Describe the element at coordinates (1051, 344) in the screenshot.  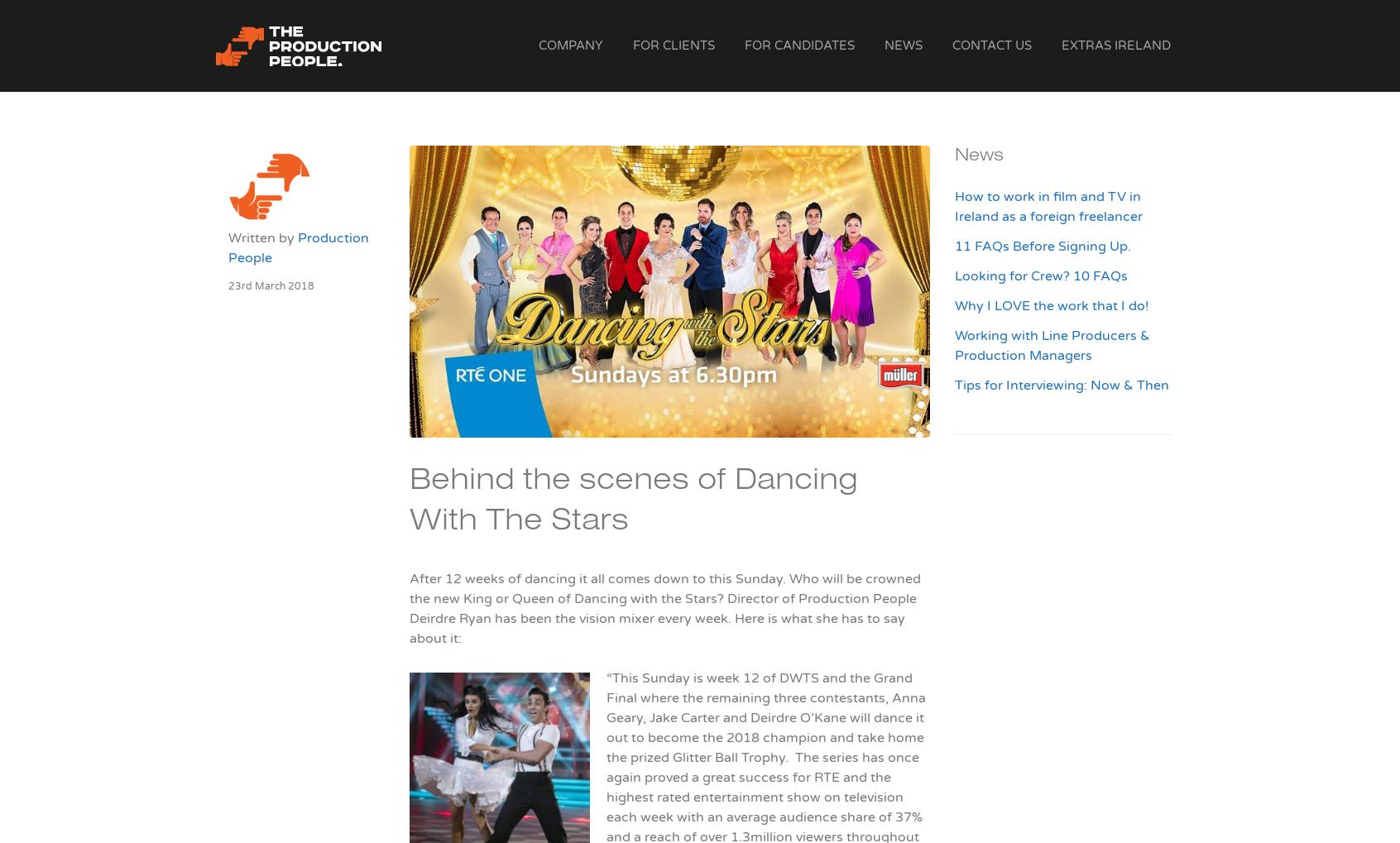
I see `'Working with Line Producers & Production Managers'` at that location.